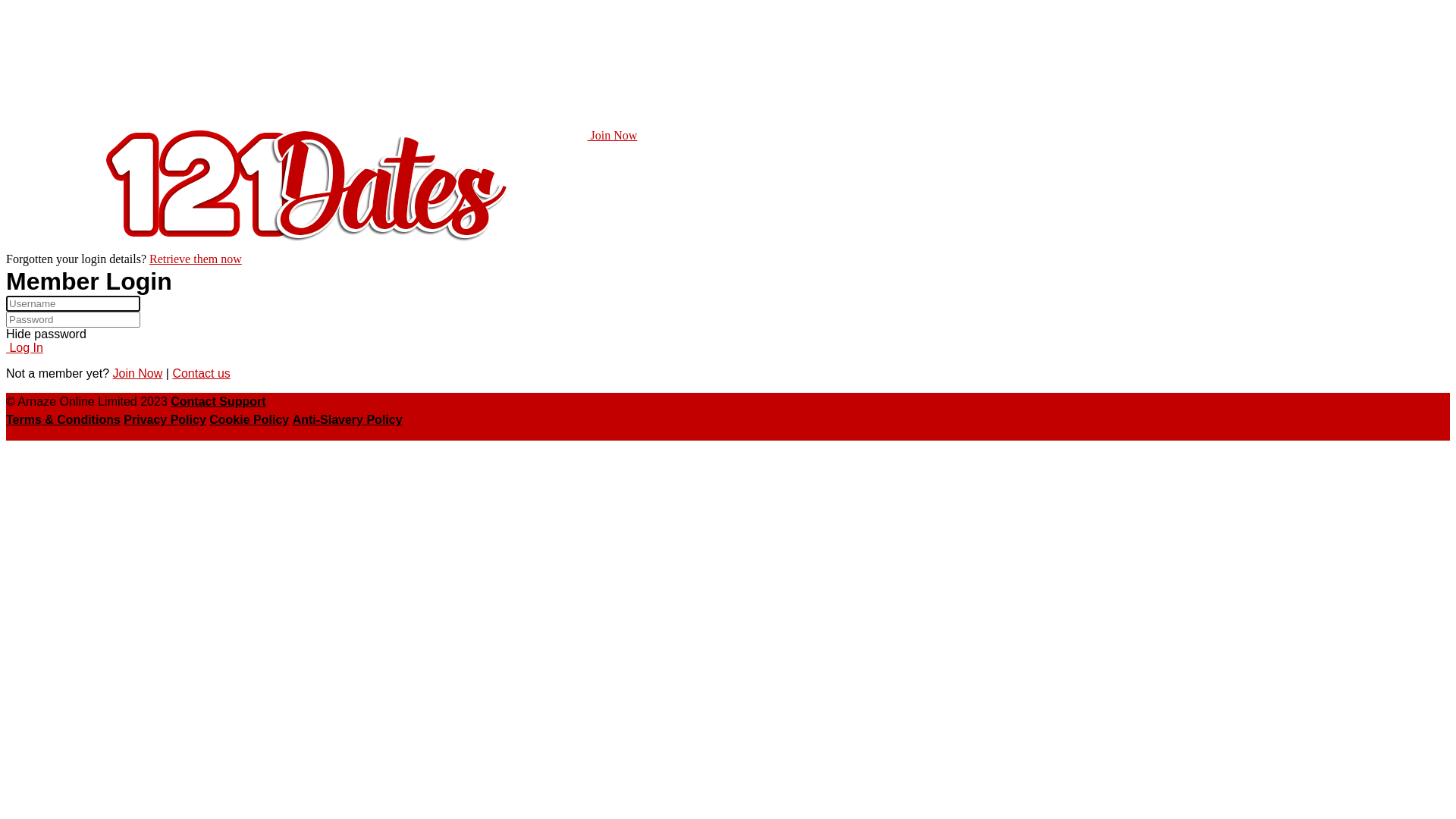 The width and height of the screenshot is (1456, 819). I want to click on 'Cookie Policy', so click(249, 419).